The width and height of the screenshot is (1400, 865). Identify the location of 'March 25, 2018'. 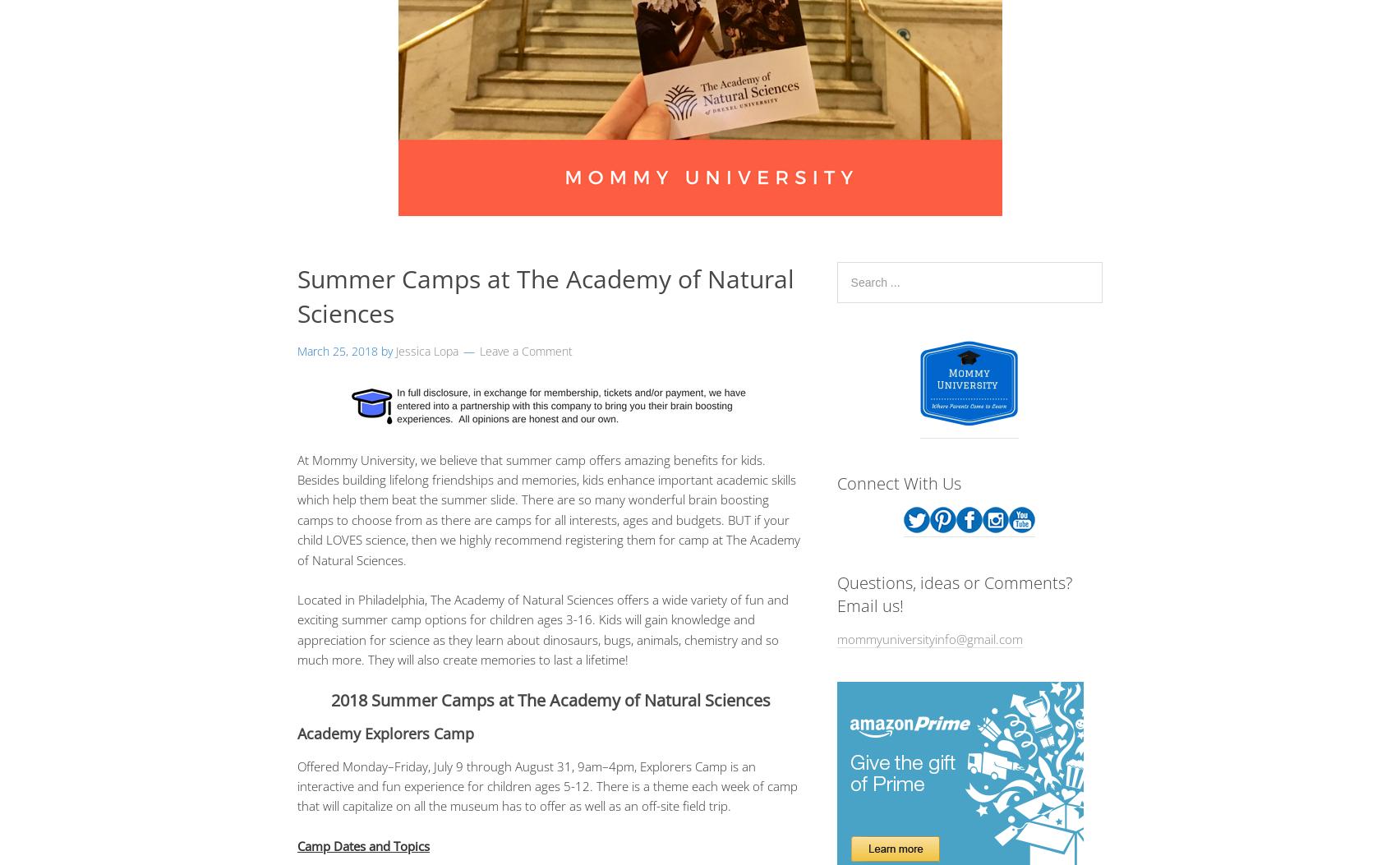
(337, 350).